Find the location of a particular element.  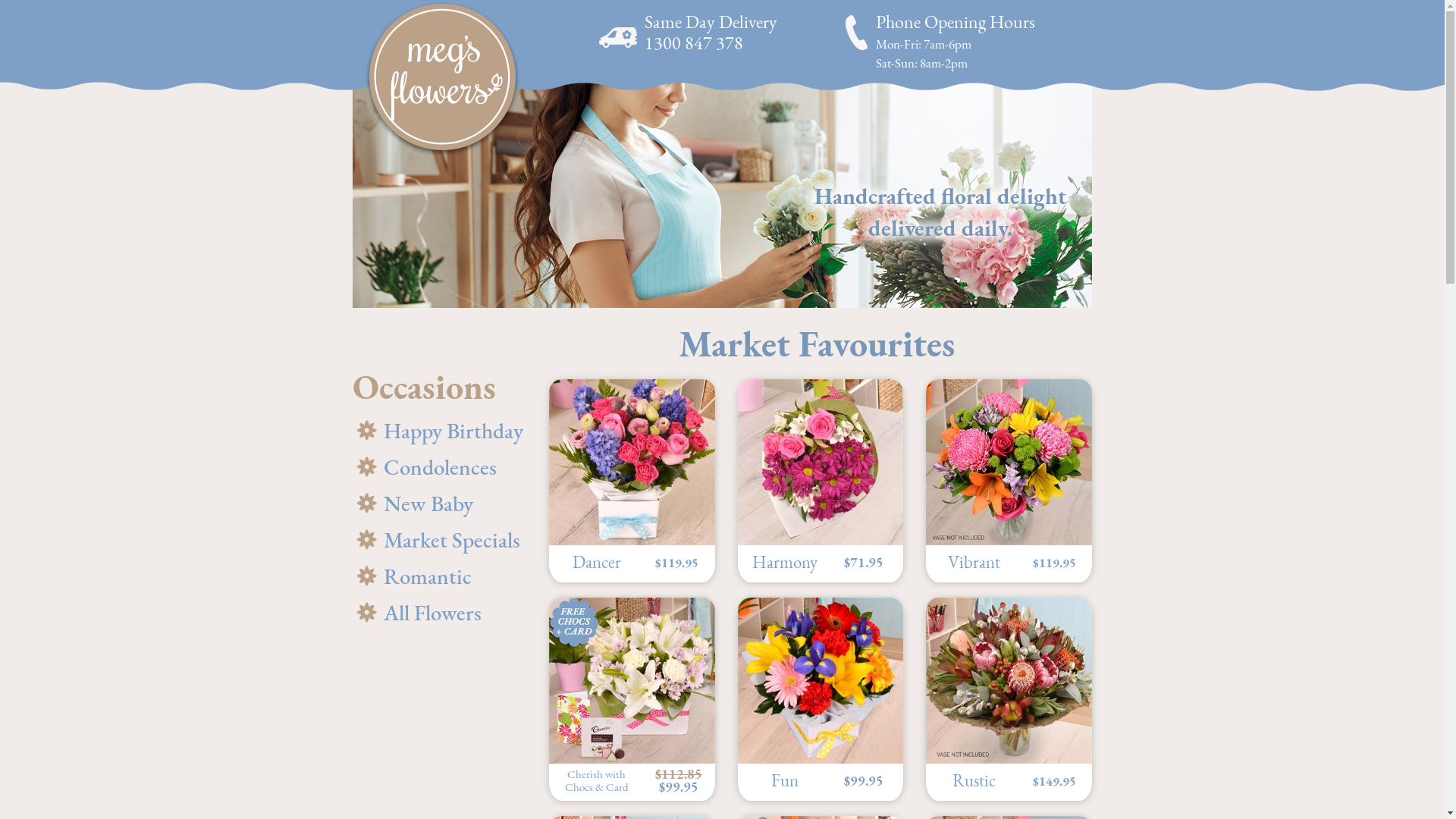

'Harmony is located at coordinates (736, 480).